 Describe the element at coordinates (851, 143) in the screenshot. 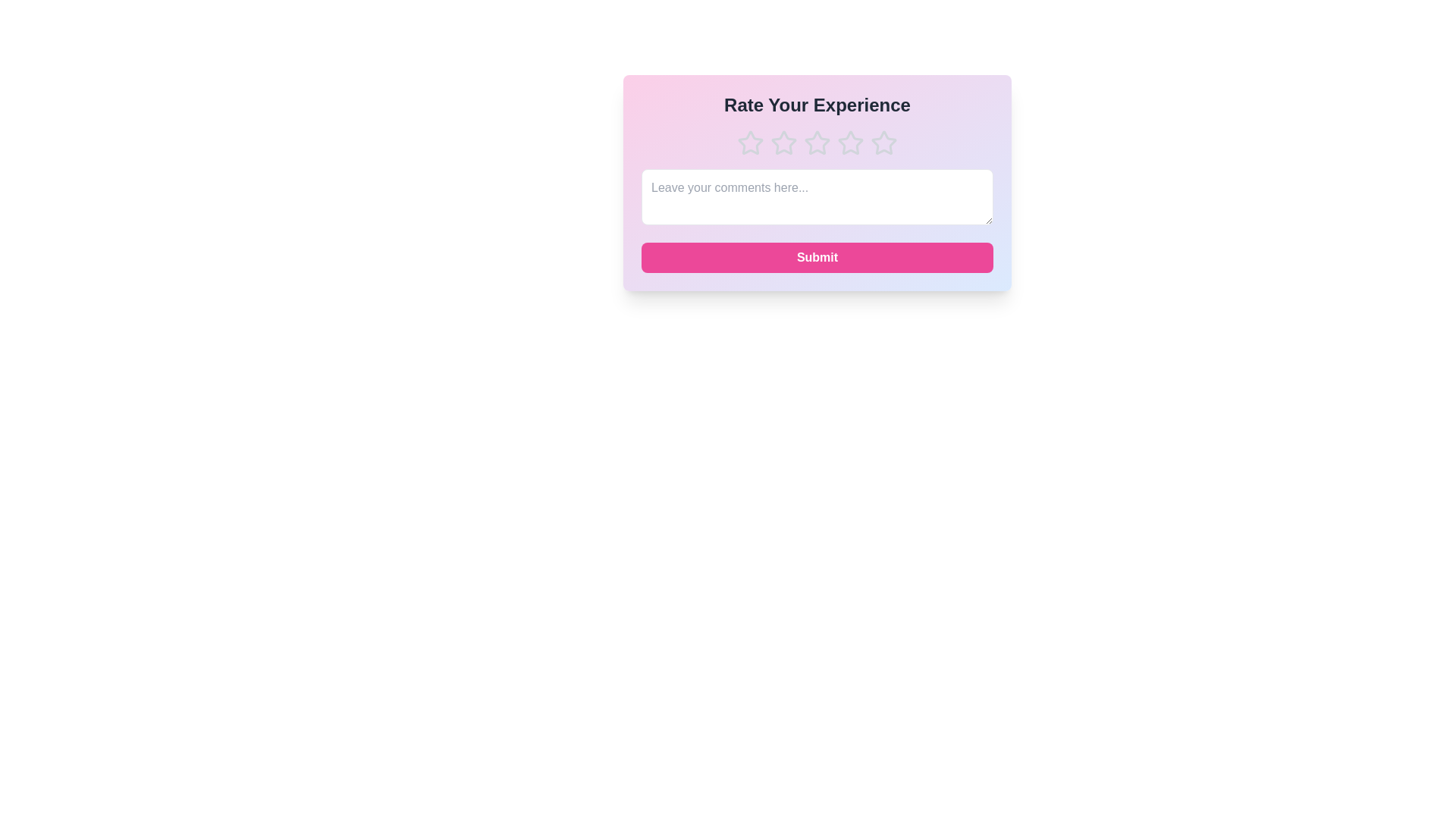

I see `the star corresponding to 4 to preview the rating` at that location.